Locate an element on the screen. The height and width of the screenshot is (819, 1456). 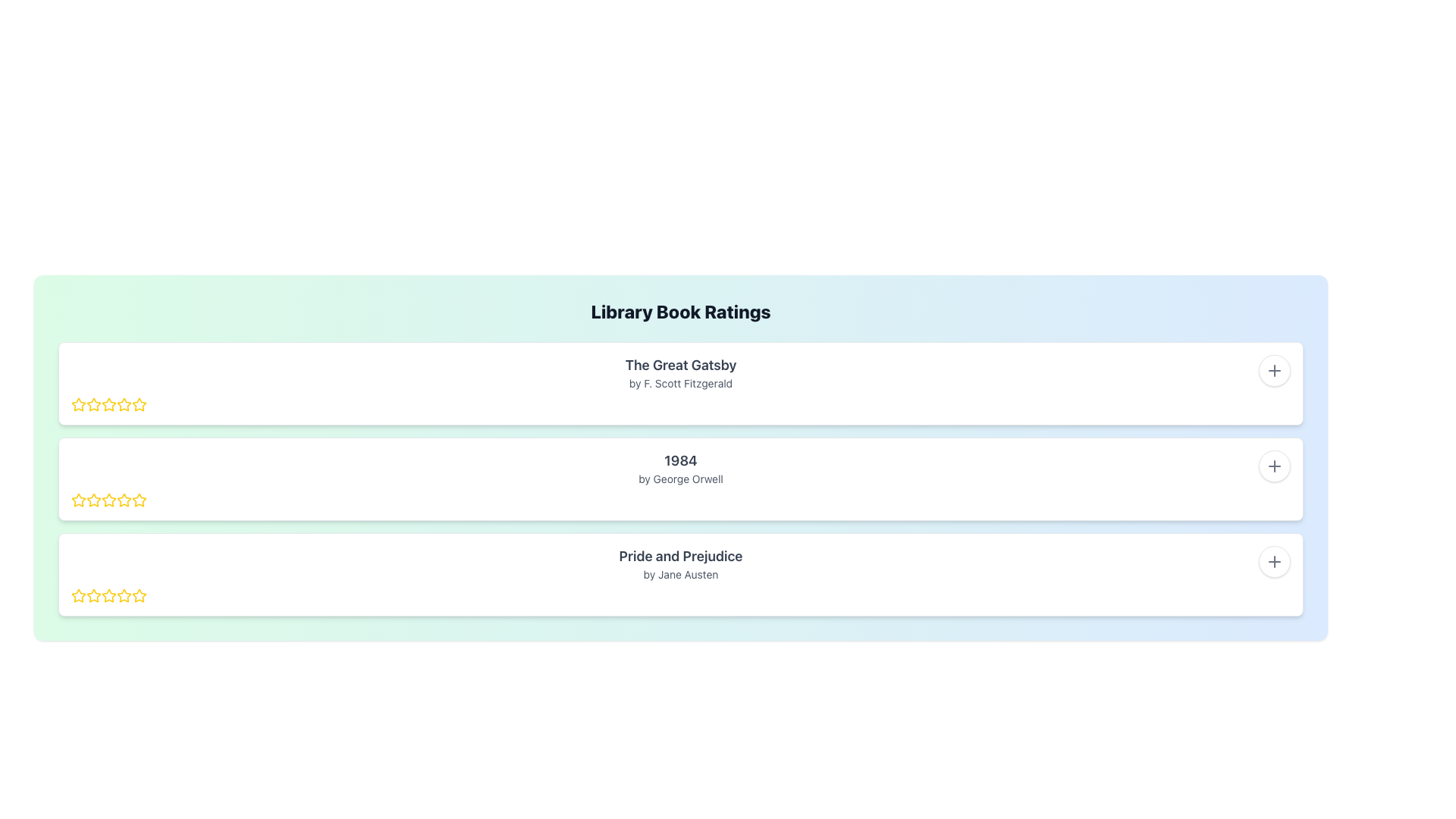
the fifth yellow star icon in the rating system for 'Pride and Prejudice' is located at coordinates (124, 595).